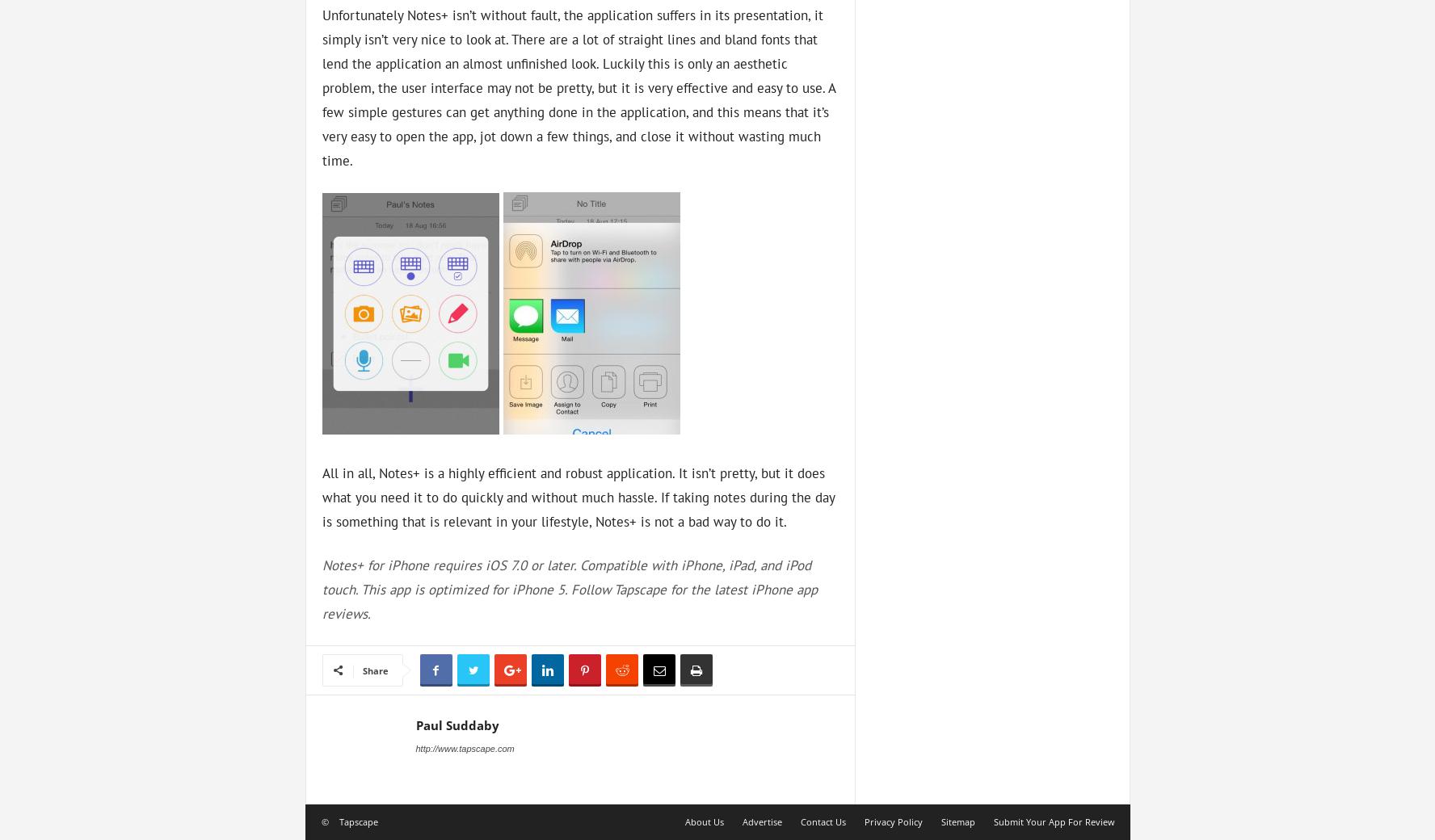 The height and width of the screenshot is (840, 1435). What do you see at coordinates (322, 86) in the screenshot?
I see `'Unfortunately Notes+ isn’t without fault, the application suffers in its presentation, it simply isn’t very nice to look at. There are a lot of straight lines and bland fonts that lend the application an almost unfinished look. Luckily this is only an aesthetic problem, the user interface may not be pretty, but it is very effective and easy to use. A few simple gestures can get anything done in the application, and this means that it’s very easy to open the app, jot down a few things, and close it without wasting much time.'` at bounding box center [322, 86].